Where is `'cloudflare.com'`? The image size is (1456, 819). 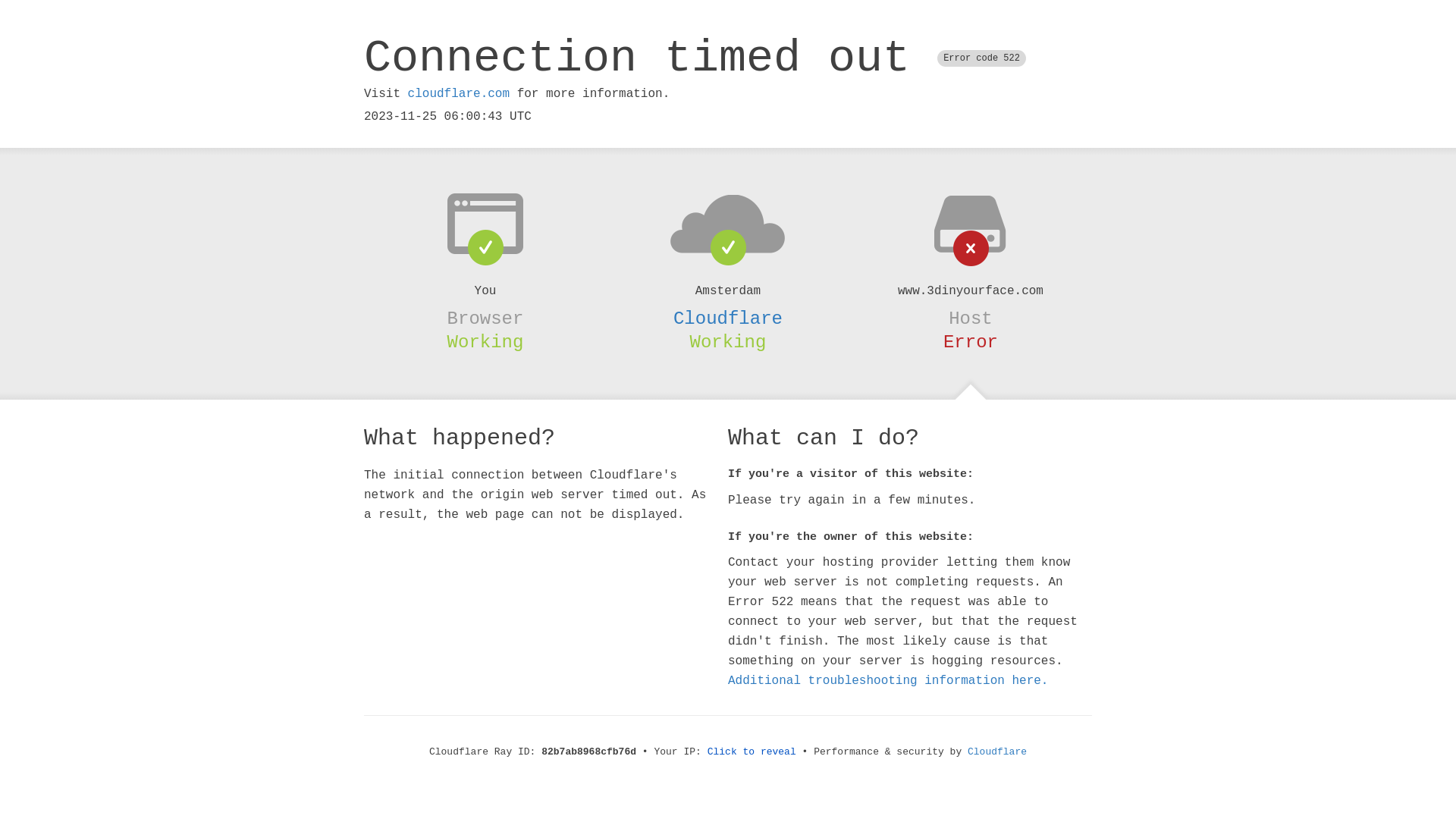
'cloudflare.com' is located at coordinates (457, 93).